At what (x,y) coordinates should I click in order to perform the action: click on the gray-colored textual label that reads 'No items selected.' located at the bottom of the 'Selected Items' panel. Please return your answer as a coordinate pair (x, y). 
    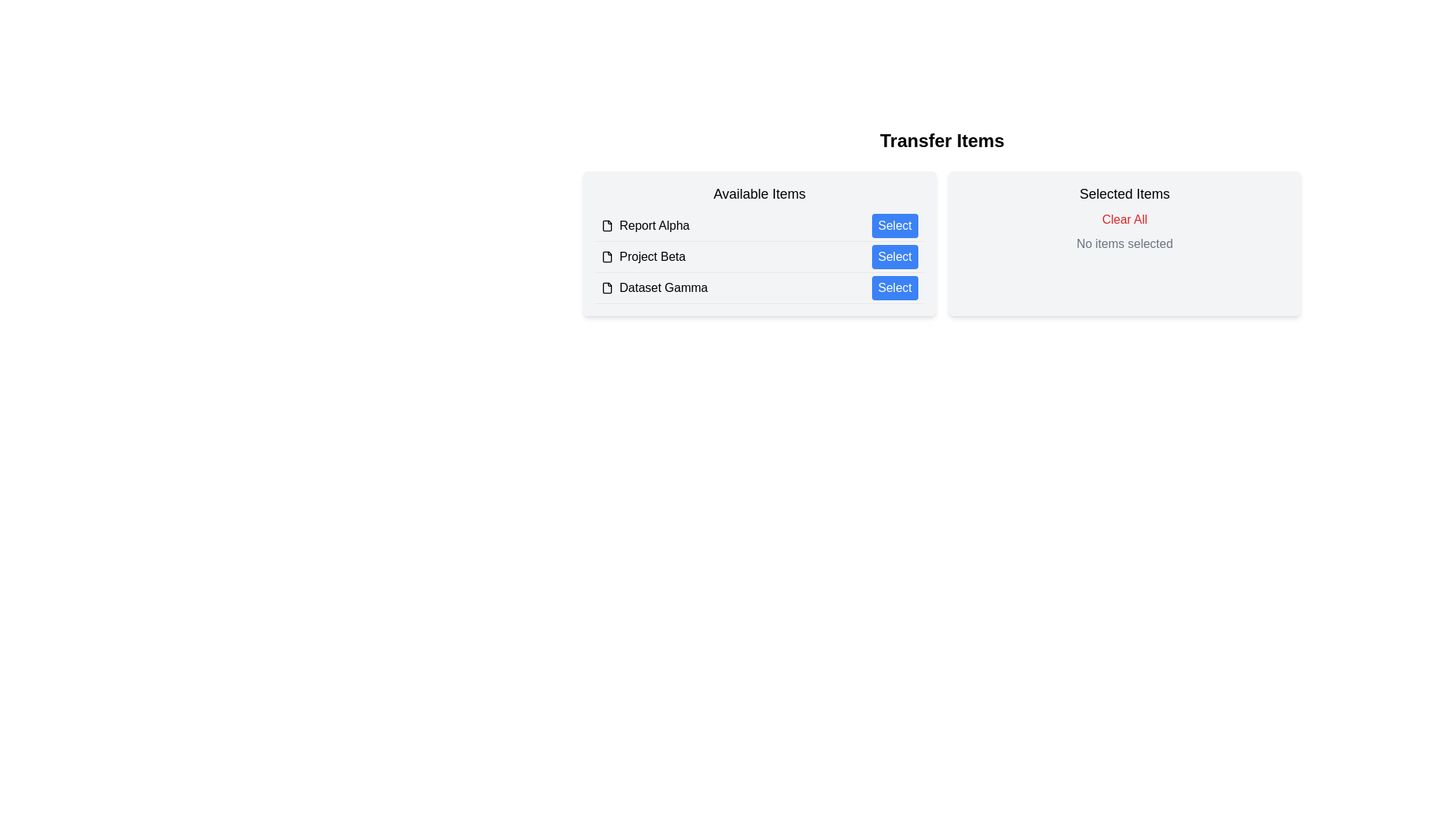
    Looking at the image, I should click on (1125, 243).